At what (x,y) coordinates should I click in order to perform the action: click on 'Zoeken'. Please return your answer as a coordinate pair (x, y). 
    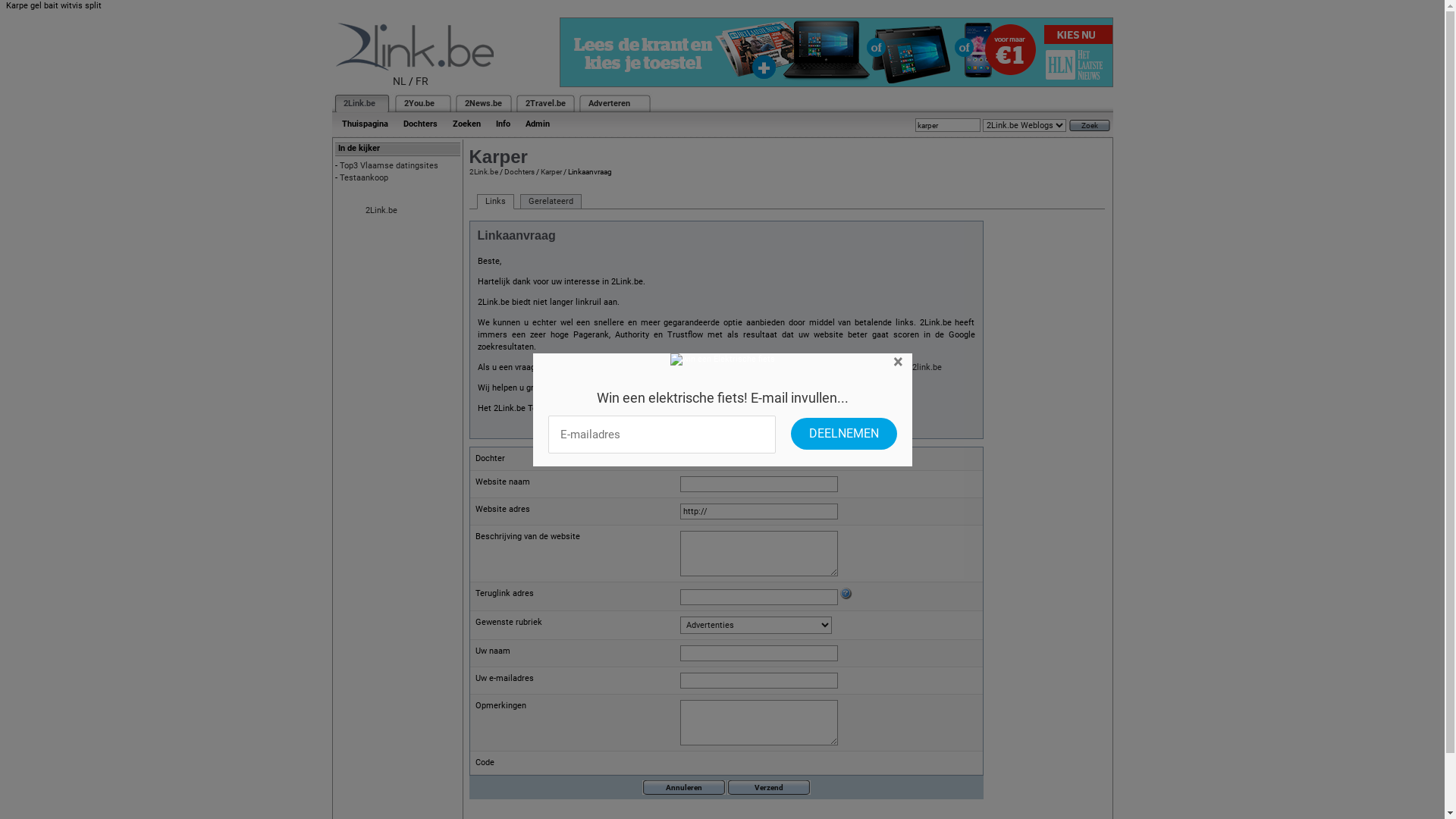
    Looking at the image, I should click on (465, 123).